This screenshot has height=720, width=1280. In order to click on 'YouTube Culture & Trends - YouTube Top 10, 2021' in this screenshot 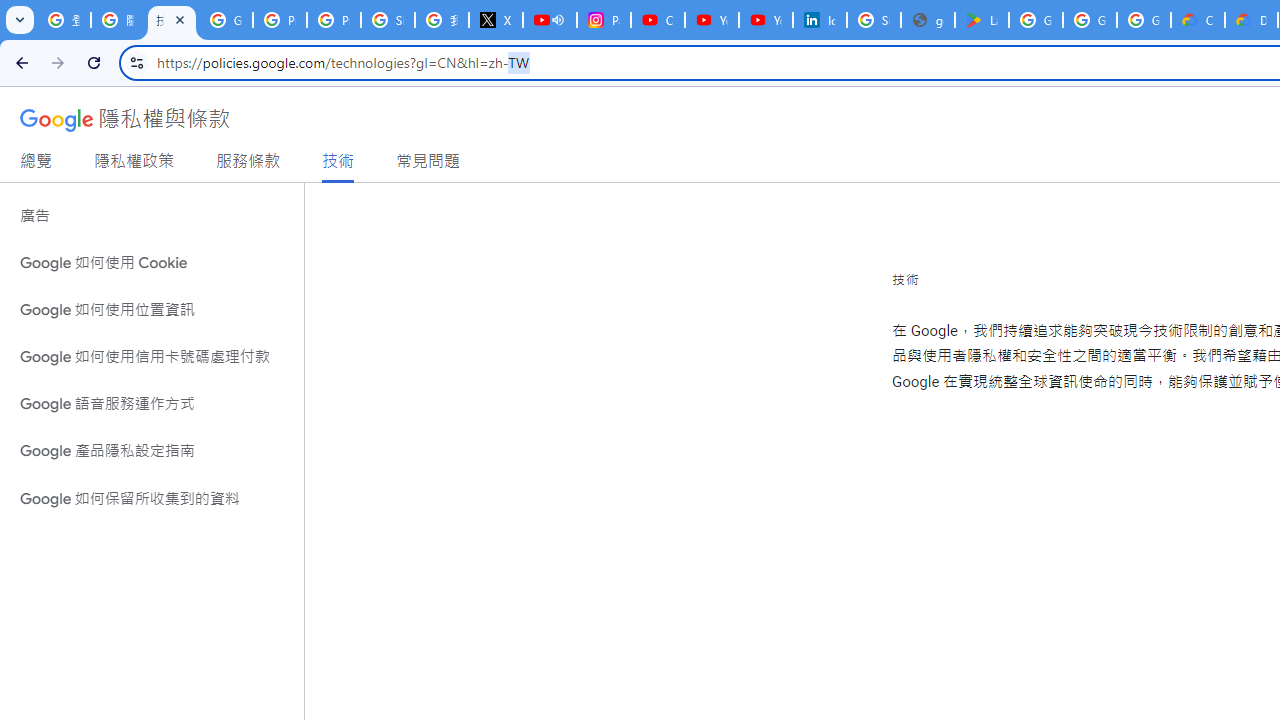, I will do `click(765, 20)`.